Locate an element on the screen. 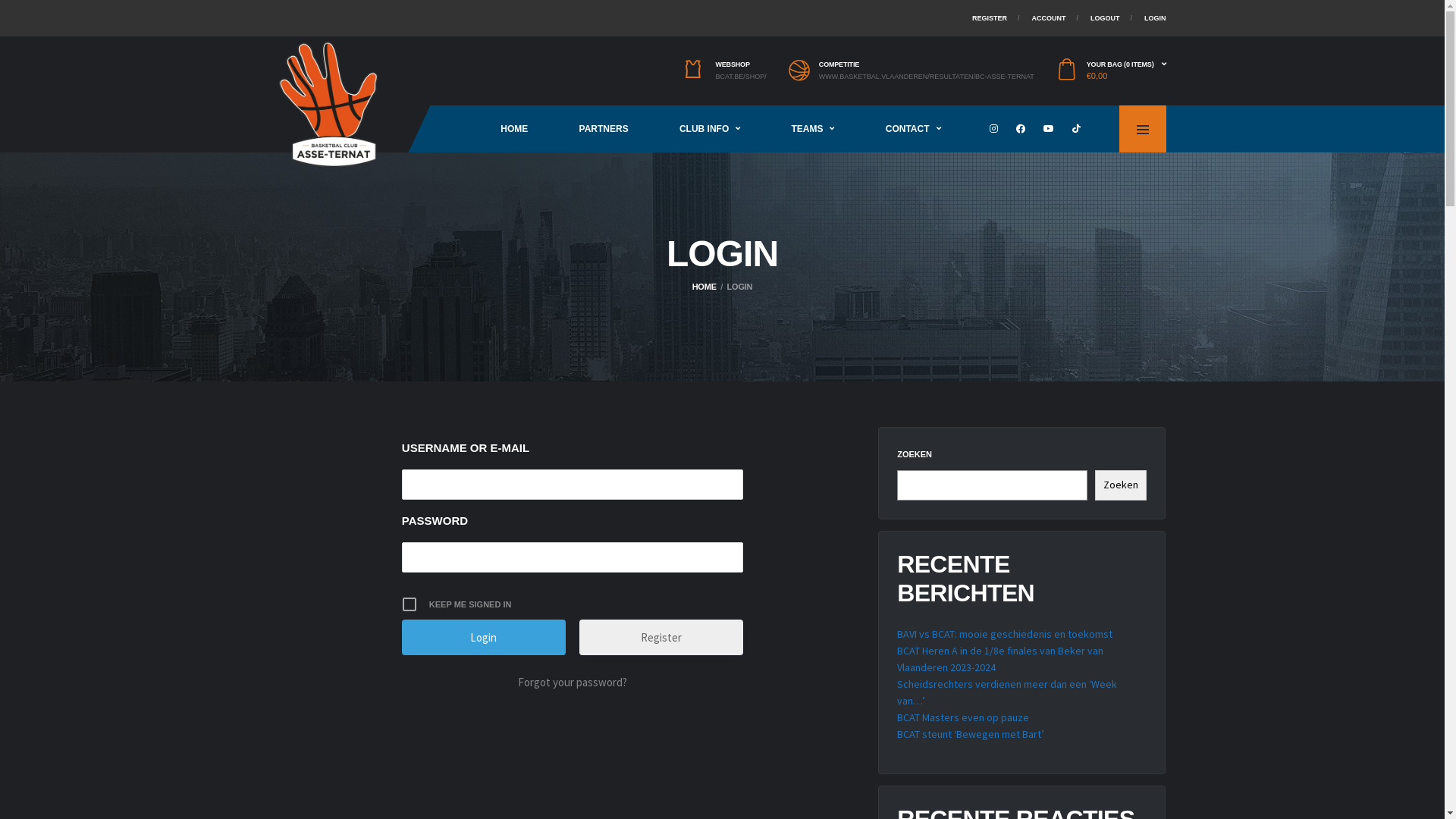  'TEAMS' is located at coordinates (811, 127).